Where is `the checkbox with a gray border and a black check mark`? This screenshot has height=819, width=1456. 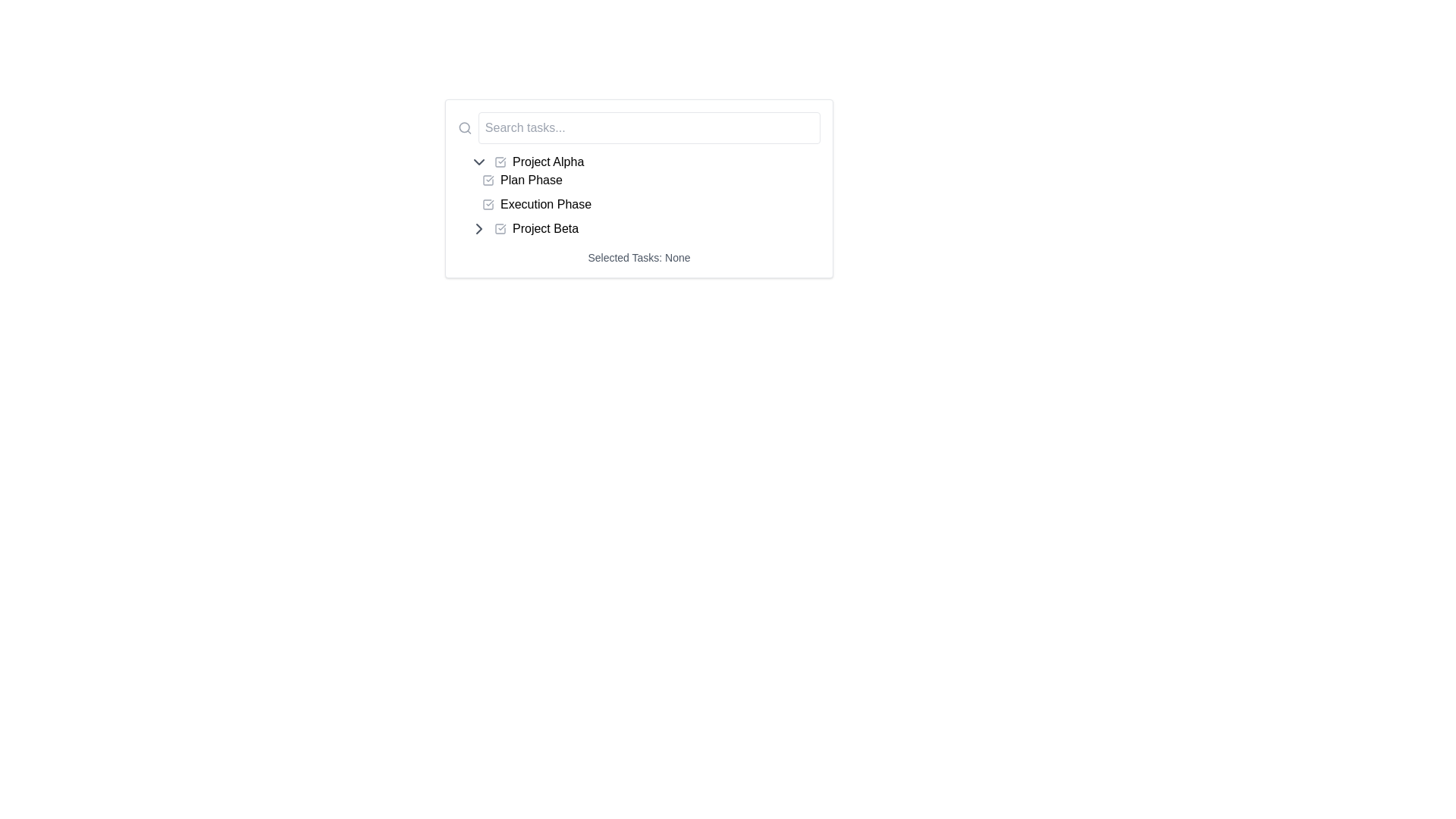
the checkbox with a gray border and a black check mark is located at coordinates (488, 205).